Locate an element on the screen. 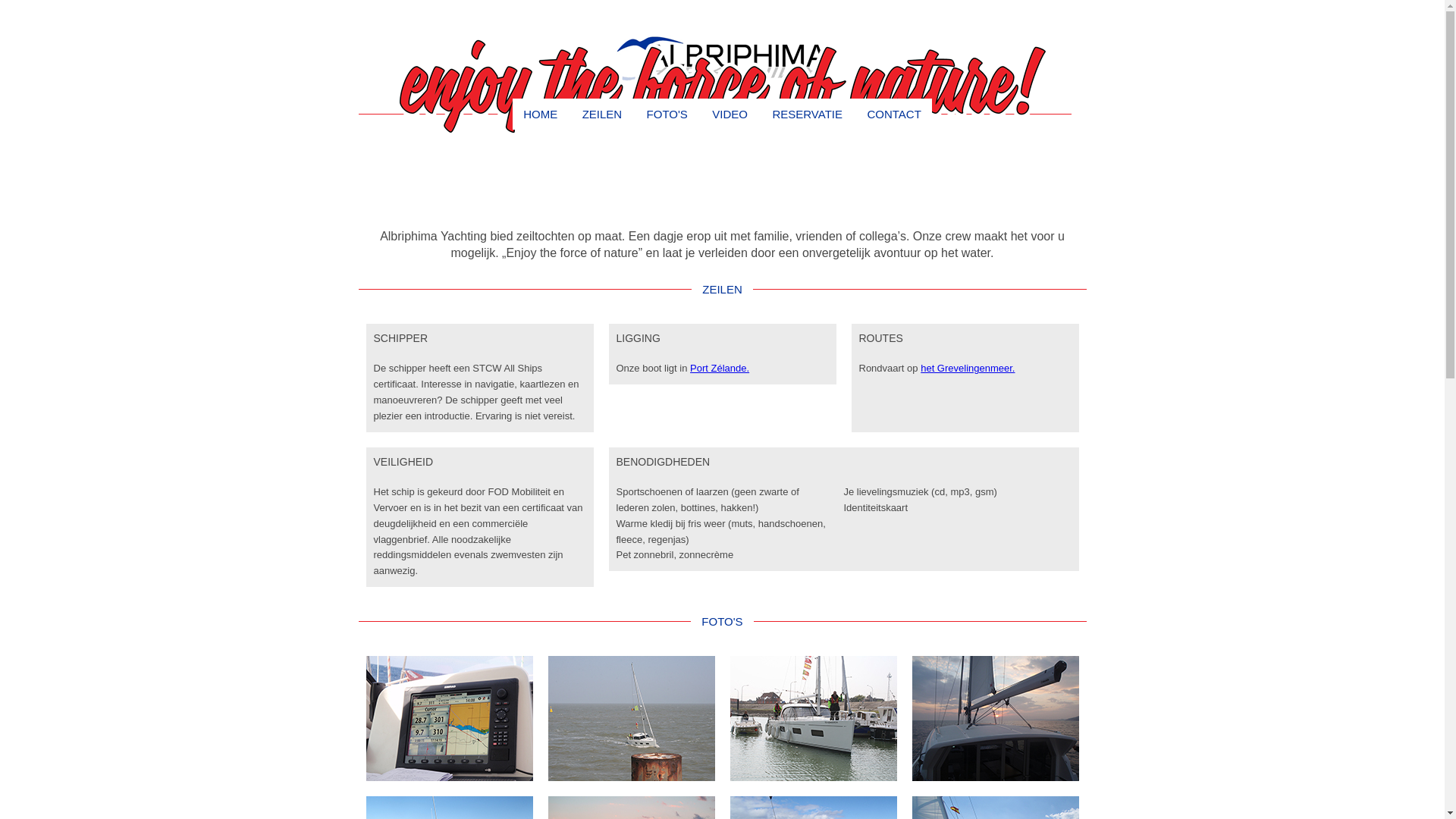  'het Grevelingenmeer.' is located at coordinates (967, 368).